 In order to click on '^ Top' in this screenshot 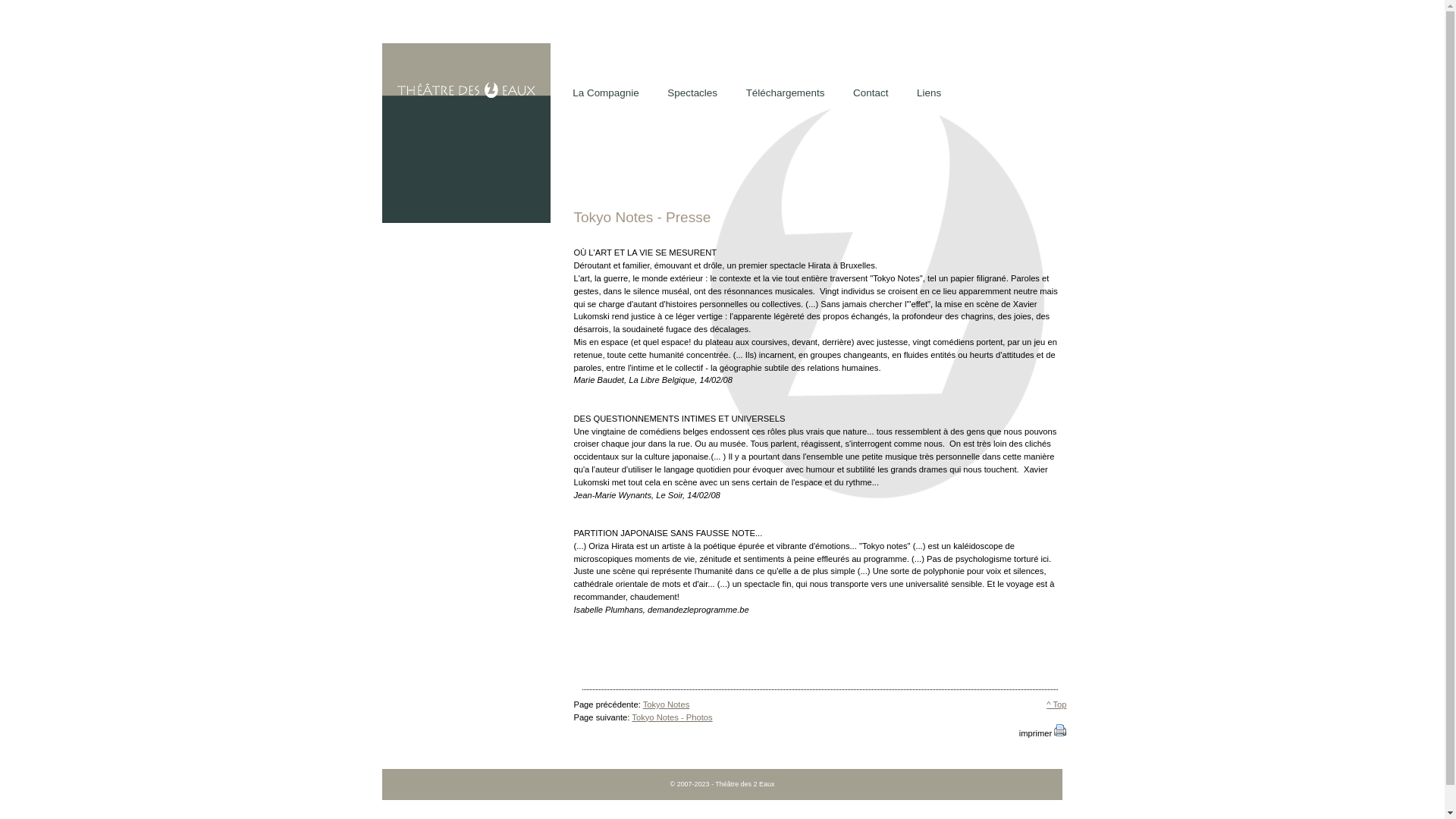, I will do `click(1046, 704)`.